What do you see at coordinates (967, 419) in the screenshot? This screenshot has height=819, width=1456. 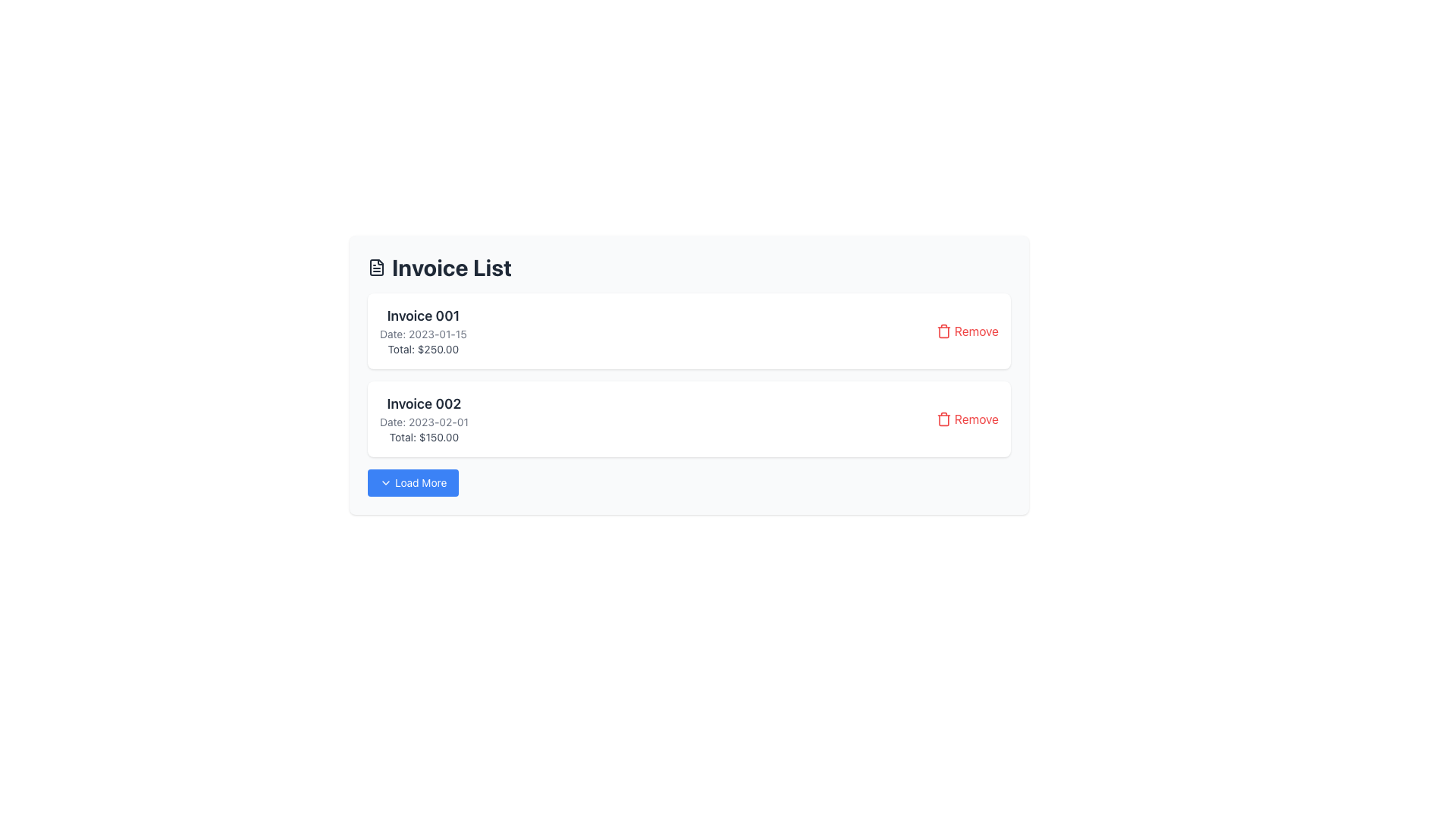 I see `the 'Remove' button, styled as a text link in red with a trash can icon, located on the far-right side of the second row of invoice entries` at bounding box center [967, 419].